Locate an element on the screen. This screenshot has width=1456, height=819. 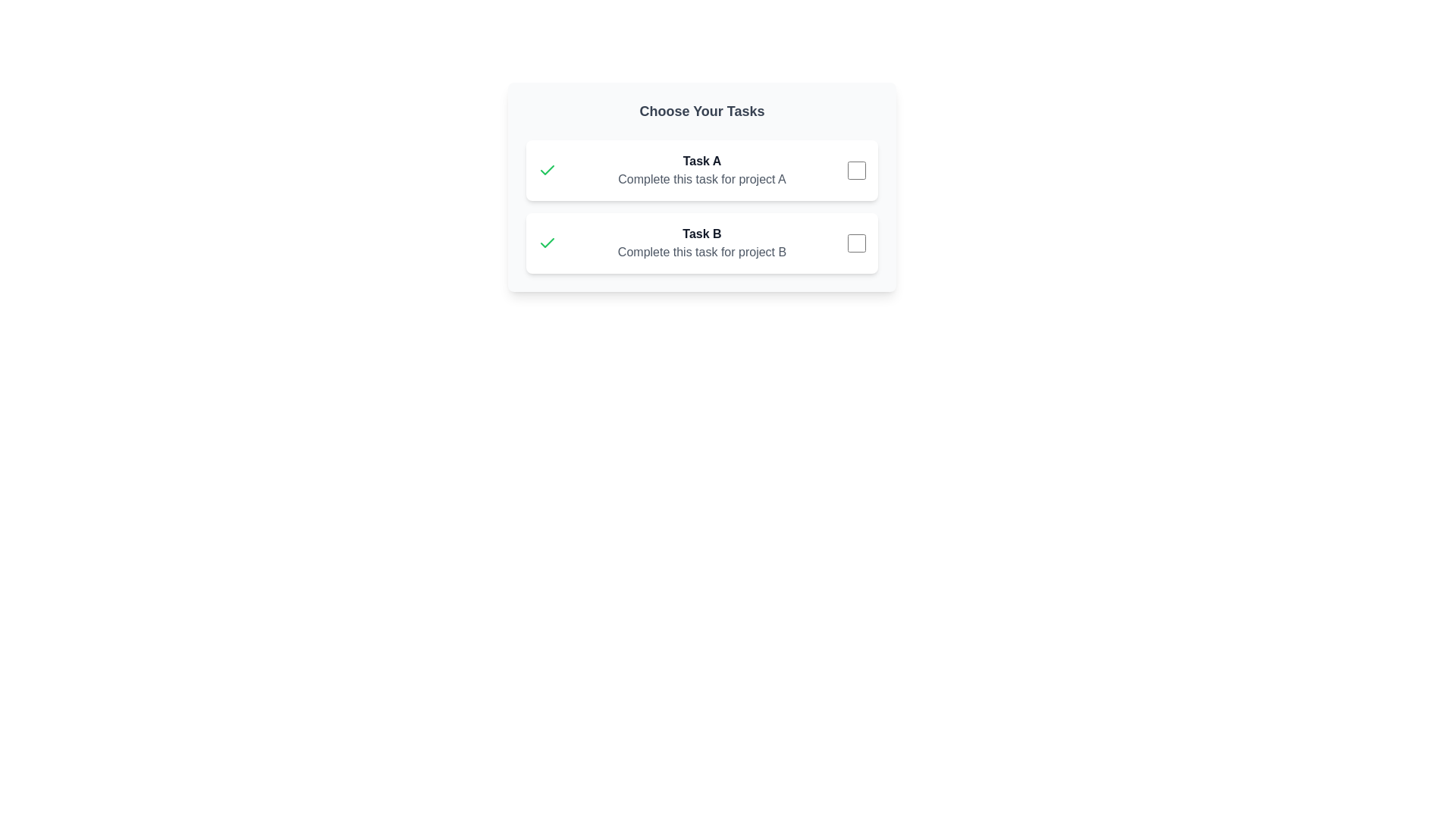
the completed task icon for Task B, which is a visual indicator located on the left side of the task description and checkbox, representing that the task has been marked as completed is located at coordinates (546, 242).